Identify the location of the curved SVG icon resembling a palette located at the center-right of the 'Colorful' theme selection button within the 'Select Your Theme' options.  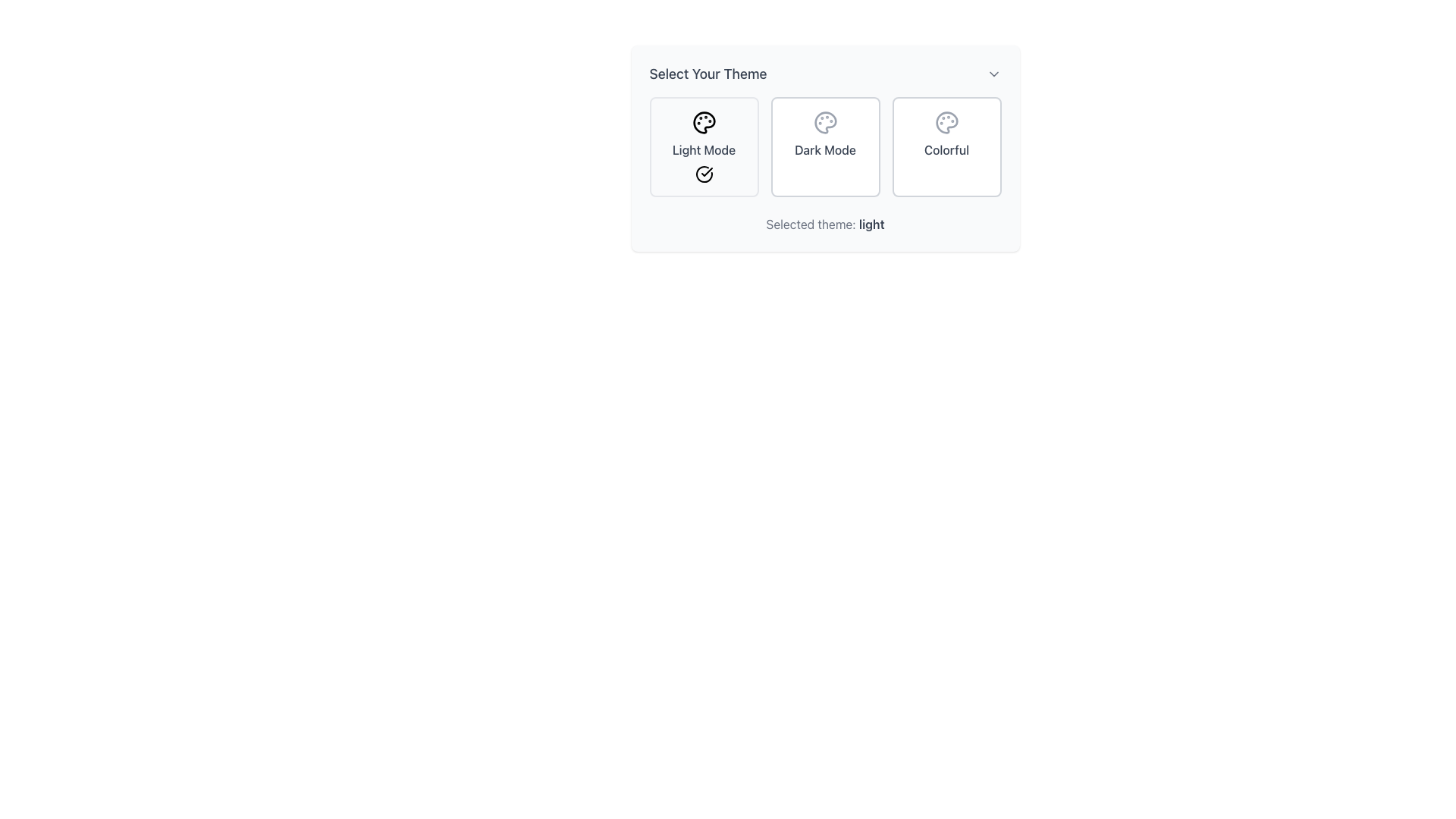
(946, 122).